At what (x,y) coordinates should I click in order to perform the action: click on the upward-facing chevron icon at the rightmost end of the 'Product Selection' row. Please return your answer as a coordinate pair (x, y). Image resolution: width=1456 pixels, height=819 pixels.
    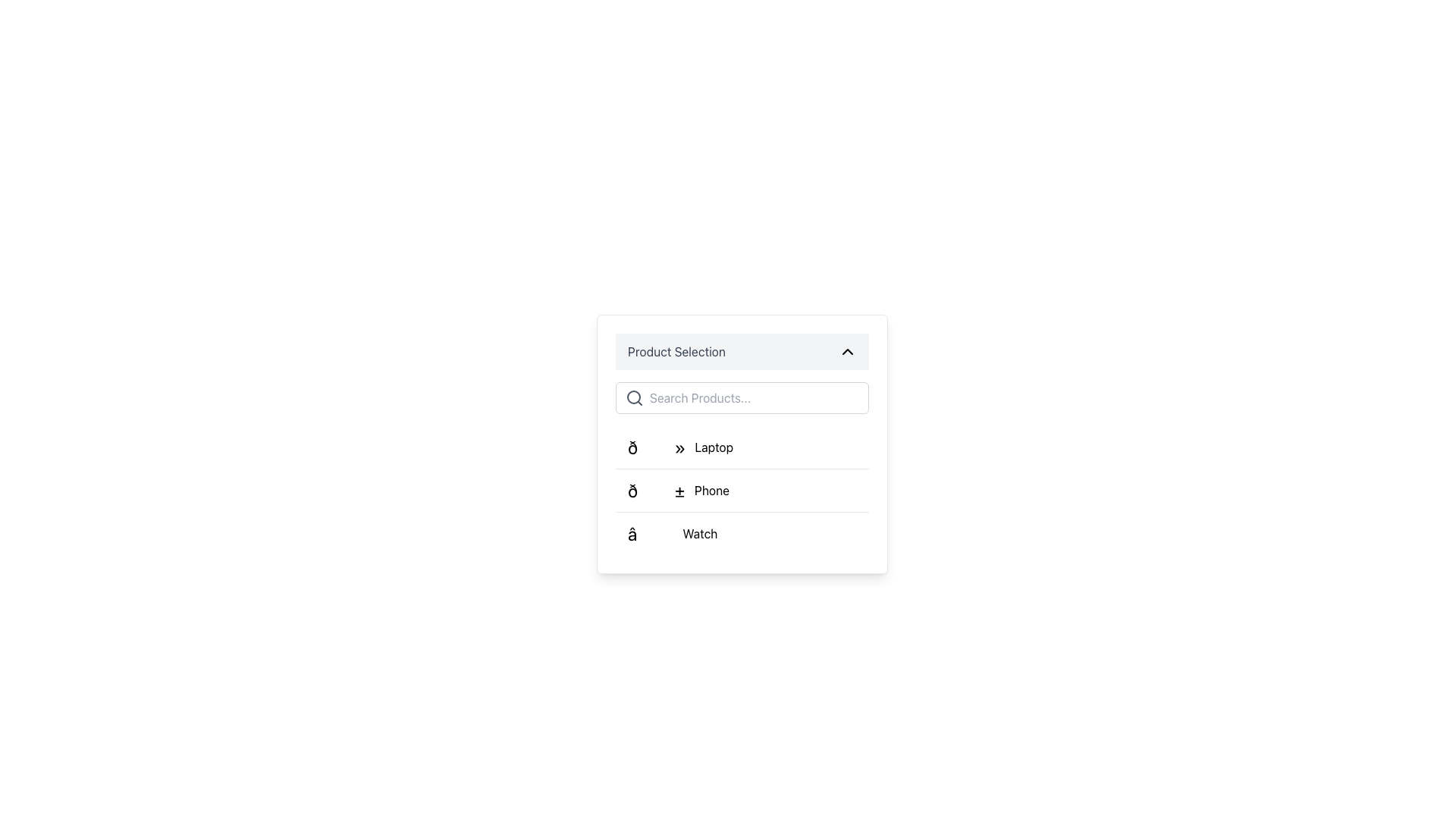
    Looking at the image, I should click on (847, 351).